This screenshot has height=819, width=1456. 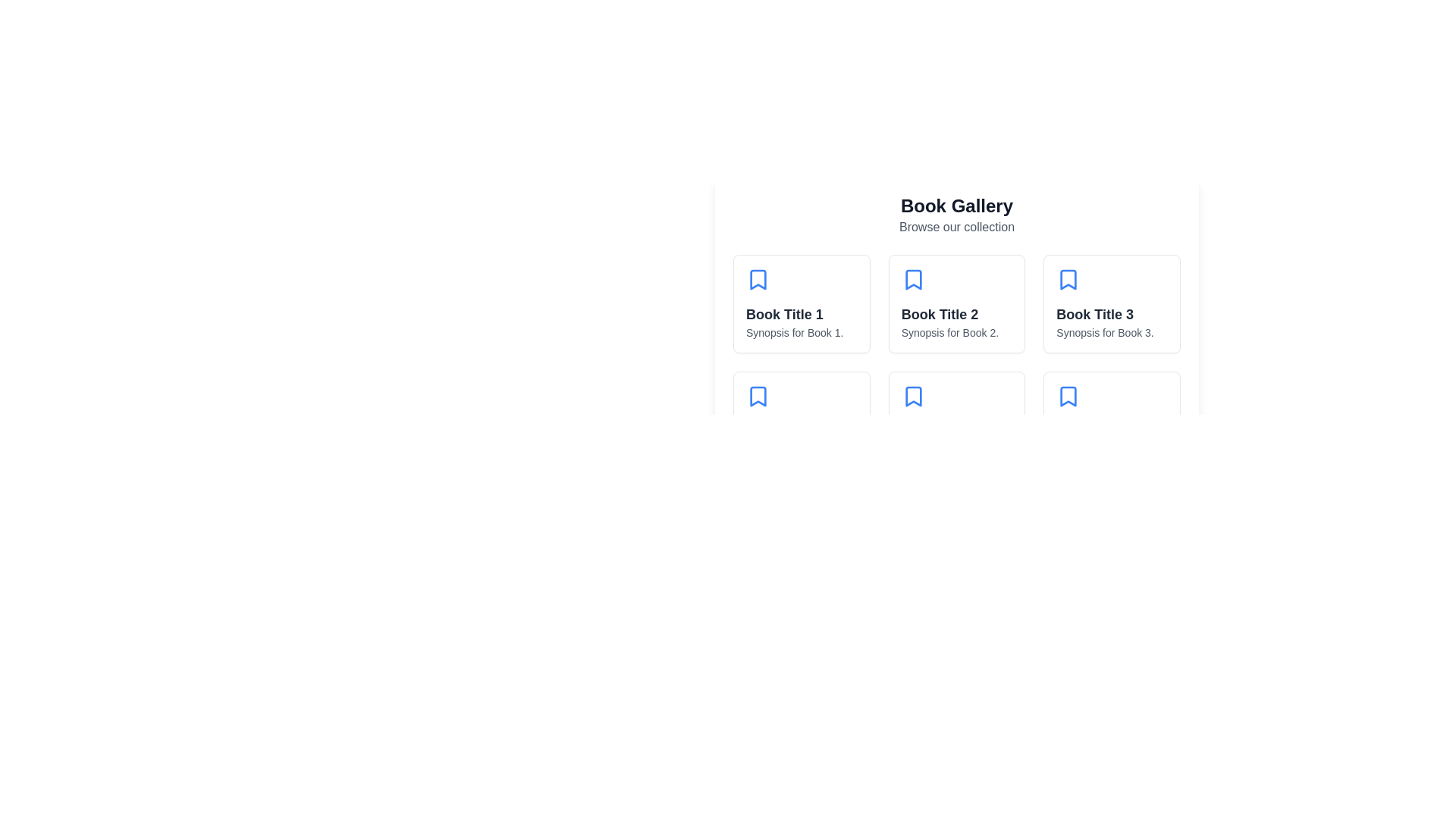 I want to click on the text label located below 'Book Title 1' within the bordered card layout in the top-left section of the grid, so click(x=794, y=332).